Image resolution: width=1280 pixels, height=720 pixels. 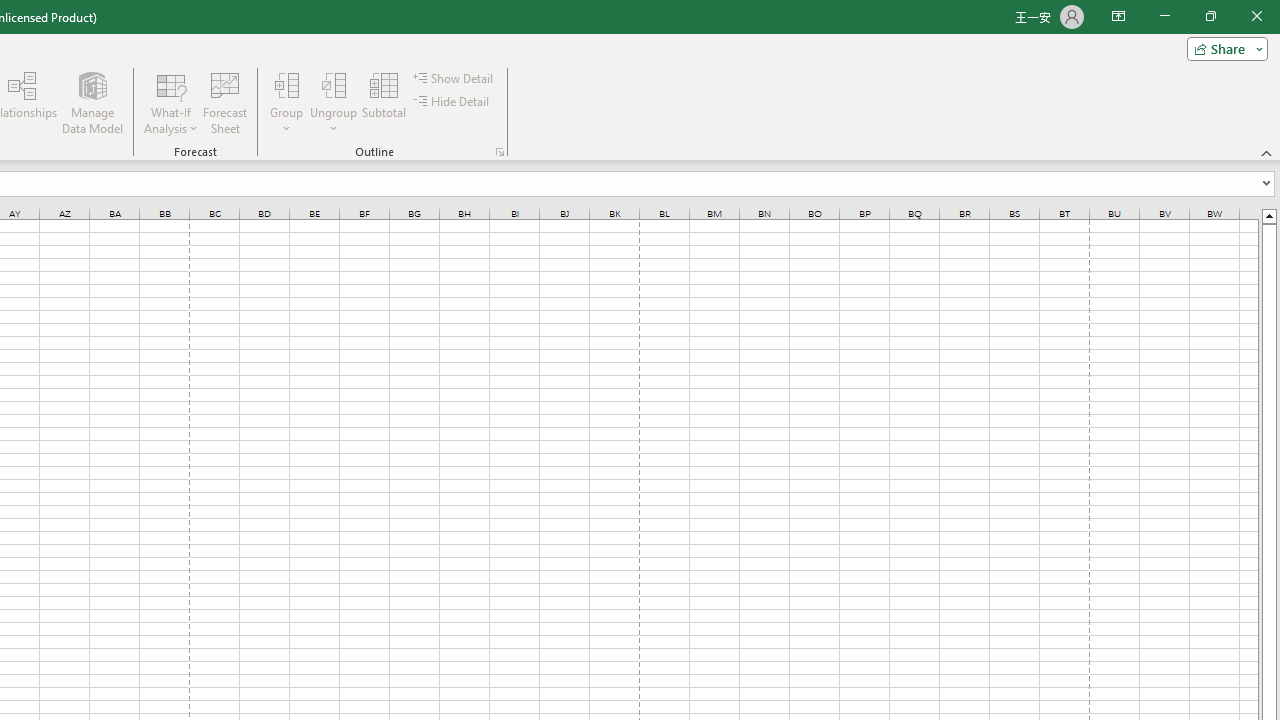 What do you see at coordinates (225, 103) in the screenshot?
I see `'Forecast Sheet'` at bounding box center [225, 103].